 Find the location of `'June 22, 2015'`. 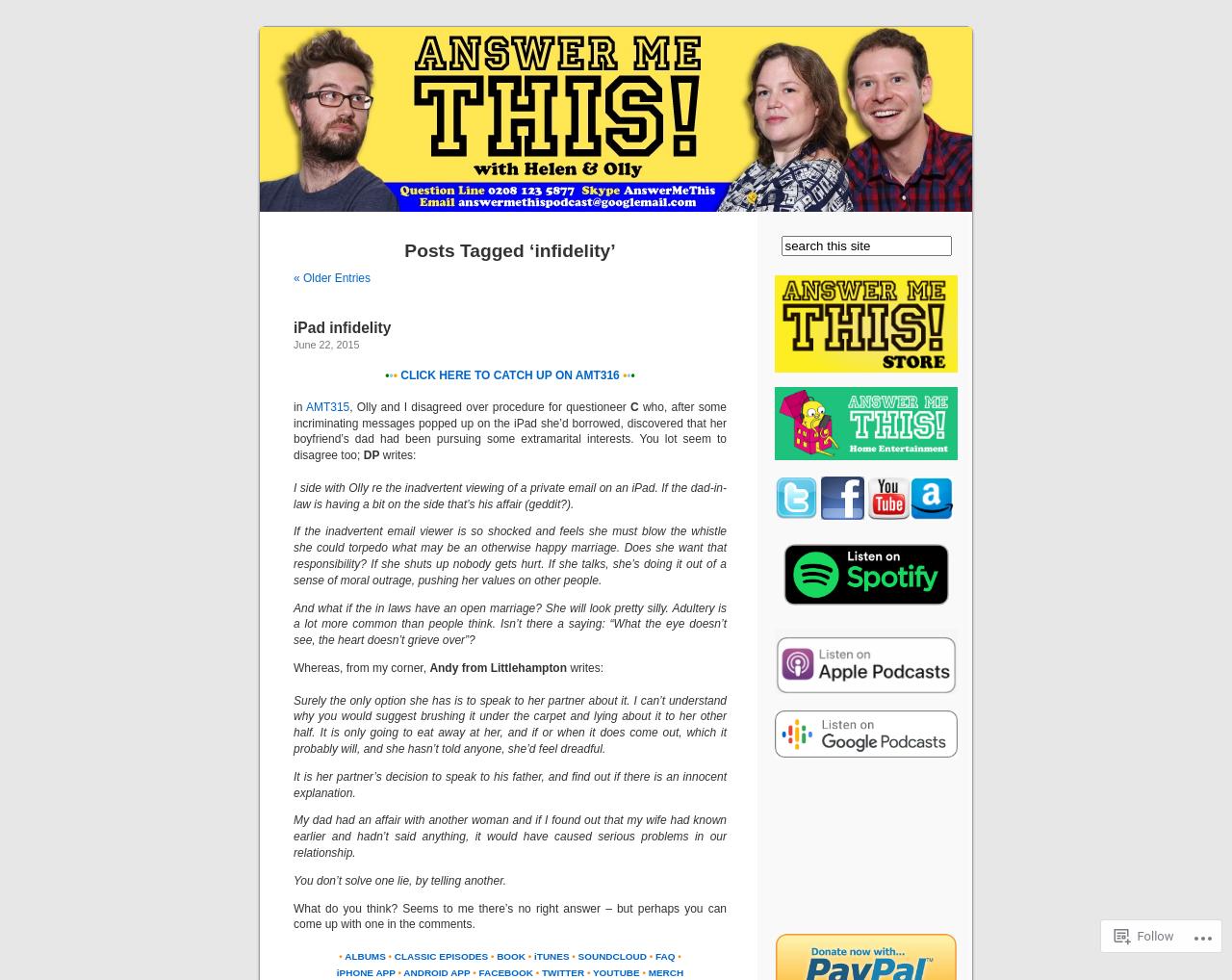

'June 22, 2015' is located at coordinates (325, 345).